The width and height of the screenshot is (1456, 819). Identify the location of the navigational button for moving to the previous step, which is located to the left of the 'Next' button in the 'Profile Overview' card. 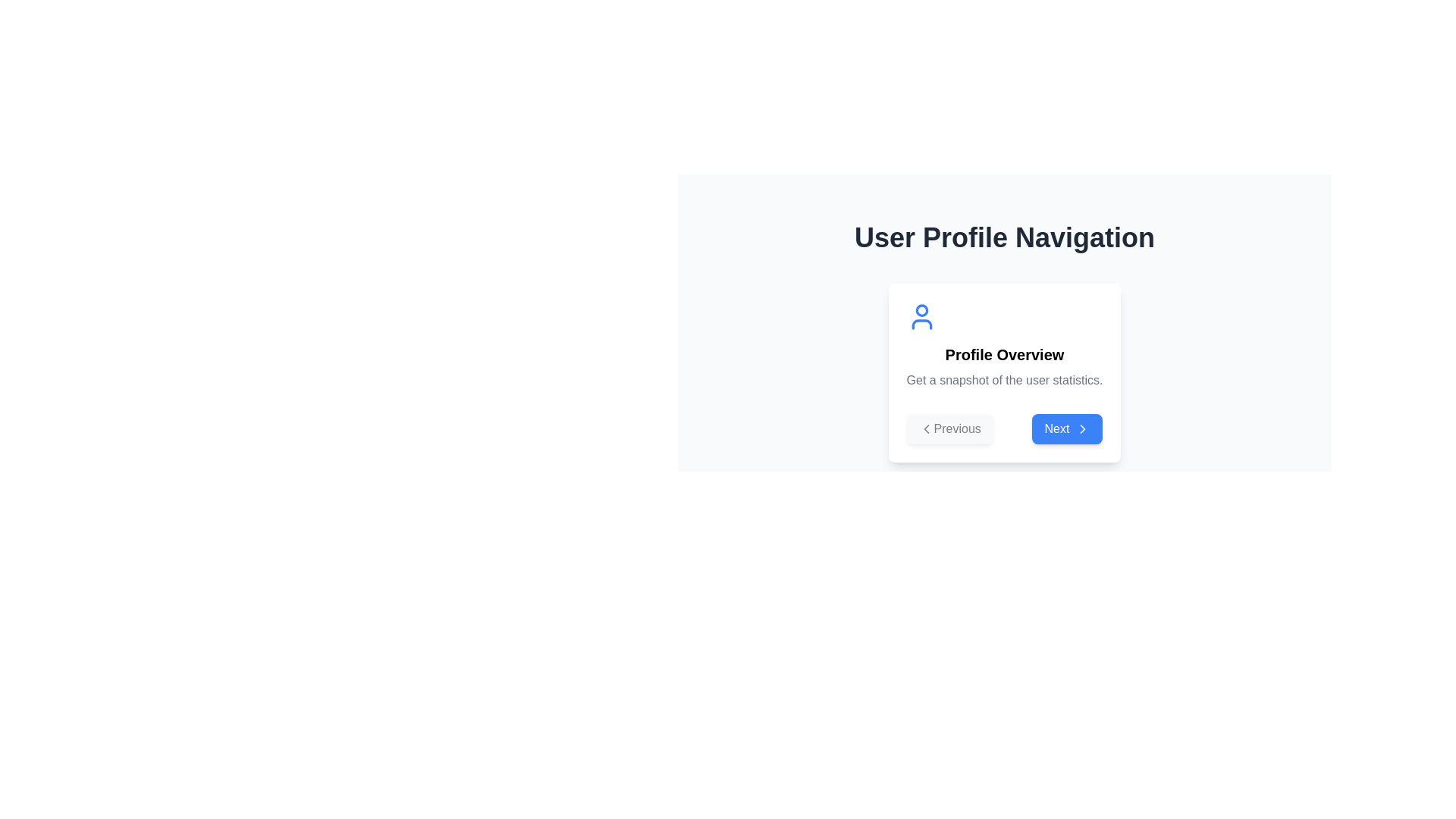
(949, 429).